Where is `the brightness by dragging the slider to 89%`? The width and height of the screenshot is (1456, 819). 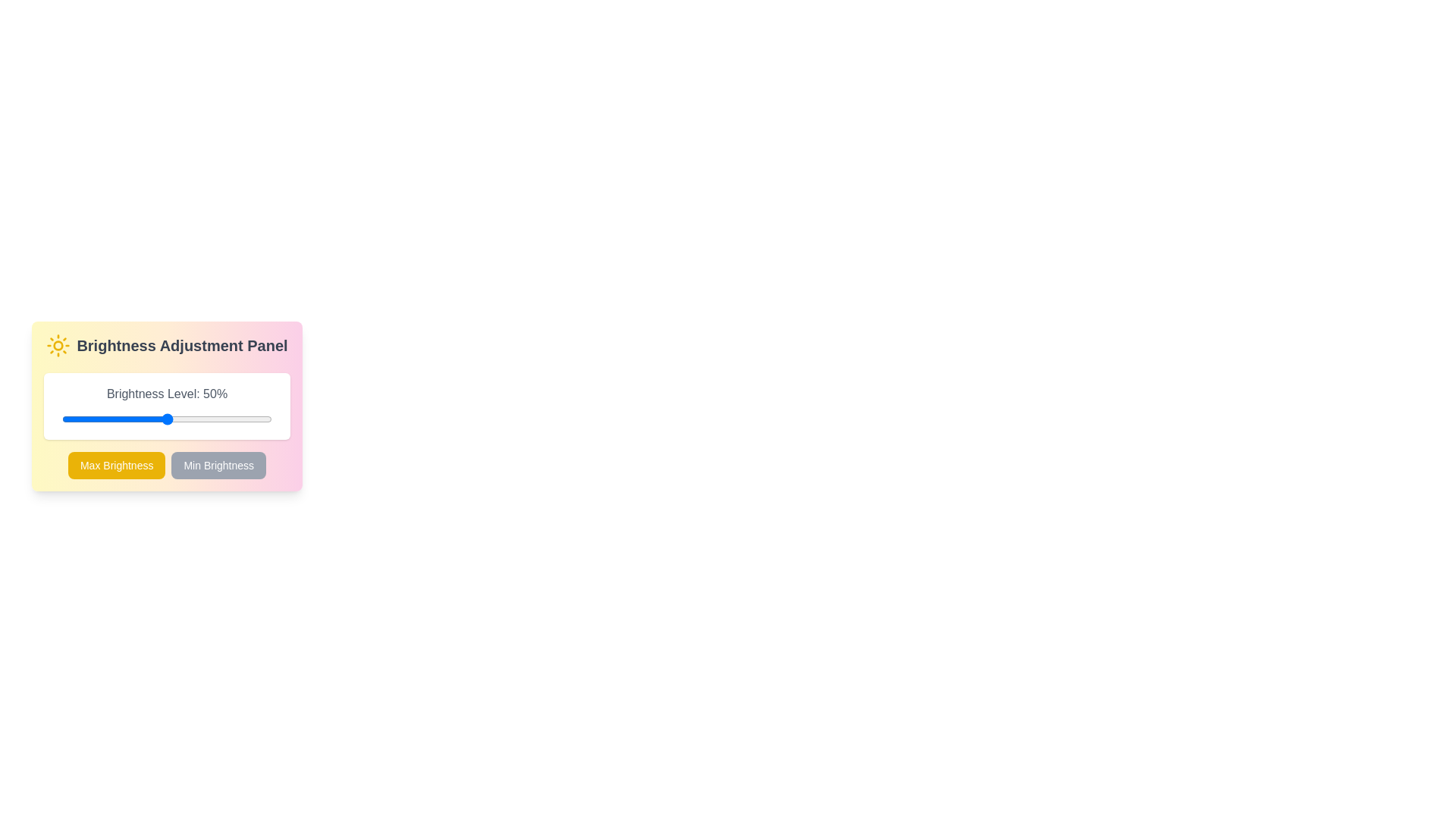 the brightness by dragging the slider to 89% is located at coordinates (249, 419).